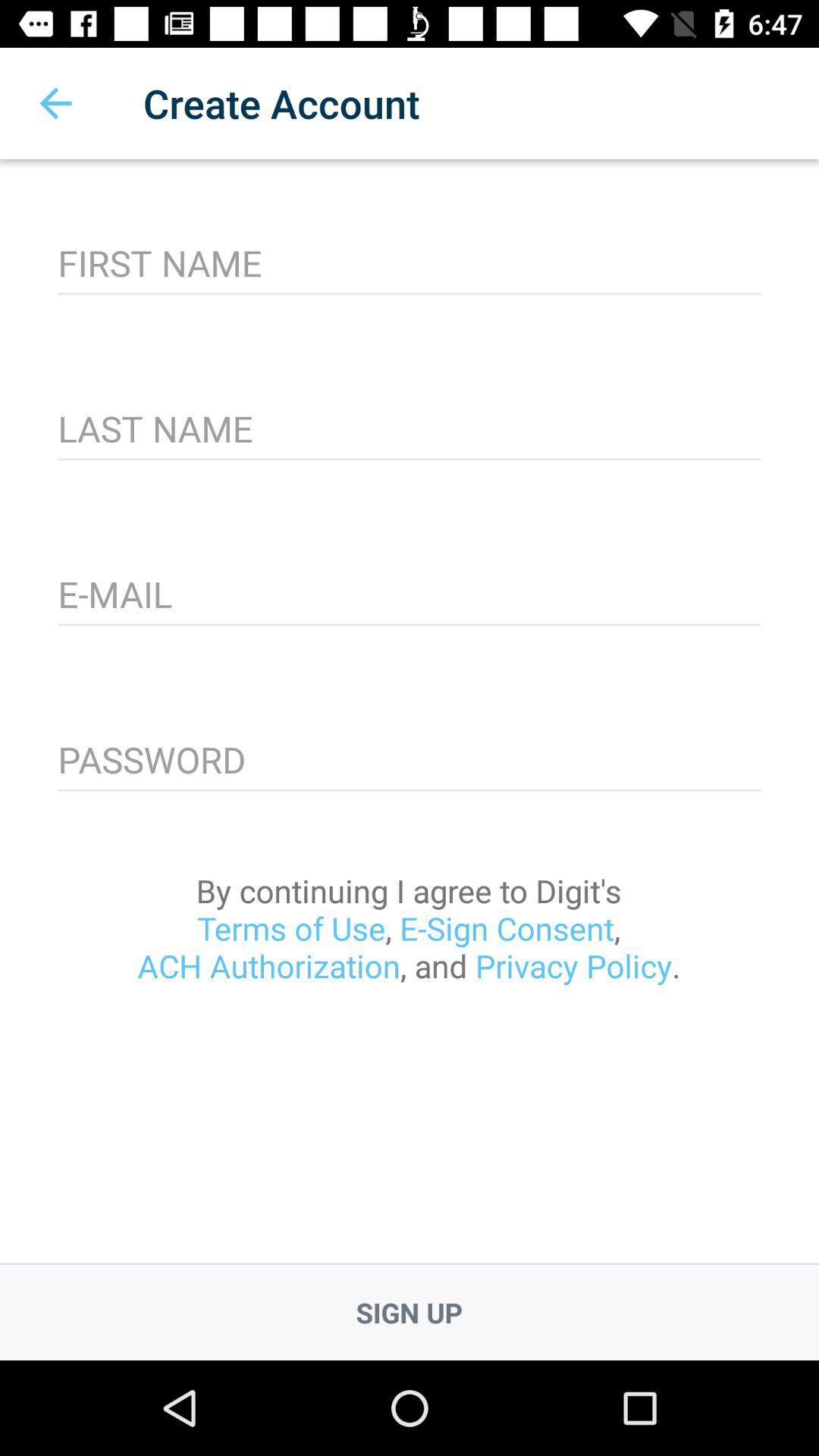 This screenshot has height=1456, width=819. I want to click on by continuing i, so click(408, 927).